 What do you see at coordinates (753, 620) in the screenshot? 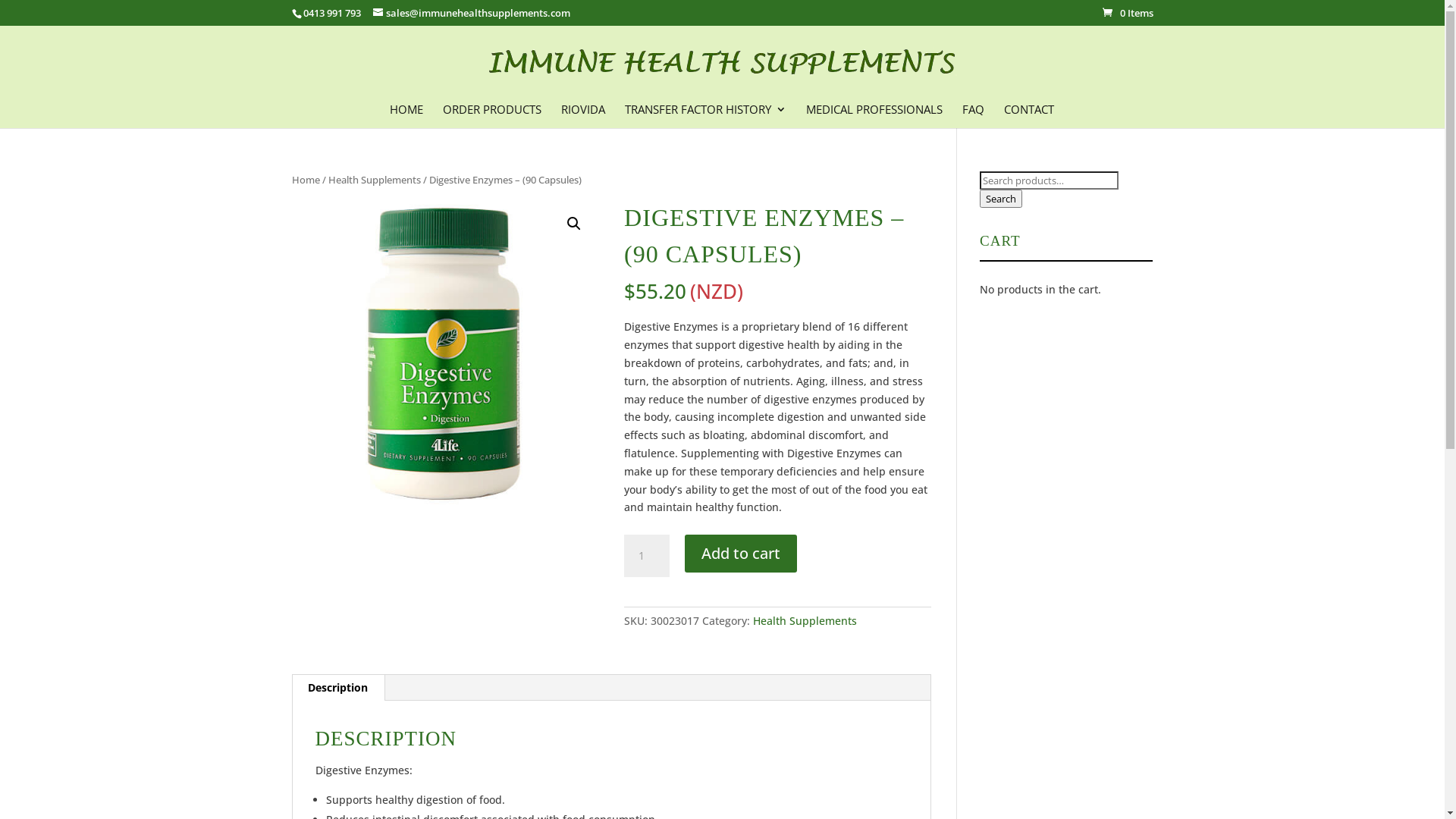
I see `'Health Supplements'` at bounding box center [753, 620].